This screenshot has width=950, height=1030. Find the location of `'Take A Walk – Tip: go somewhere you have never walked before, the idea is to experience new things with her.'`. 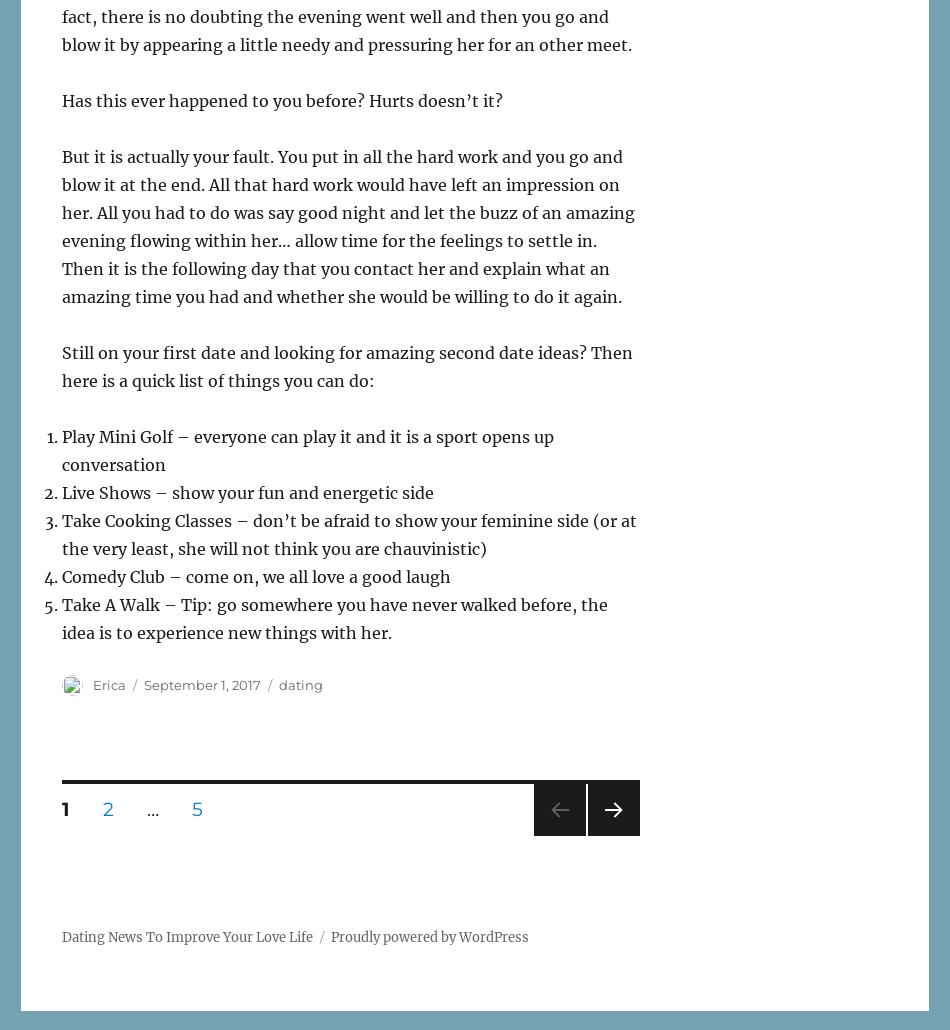

'Take A Walk – Tip: go somewhere you have never walked before, the idea is to experience new things with her.' is located at coordinates (333, 618).